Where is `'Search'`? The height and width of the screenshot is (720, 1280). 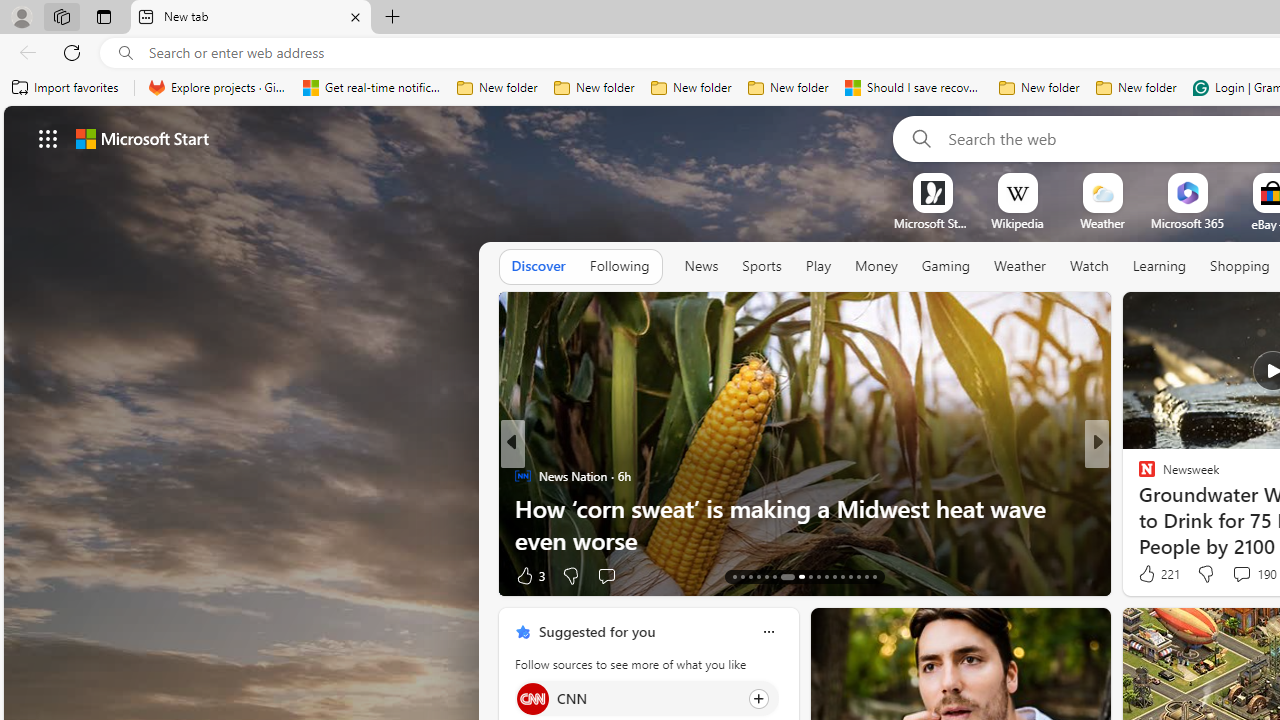 'Search' is located at coordinates (916, 137).